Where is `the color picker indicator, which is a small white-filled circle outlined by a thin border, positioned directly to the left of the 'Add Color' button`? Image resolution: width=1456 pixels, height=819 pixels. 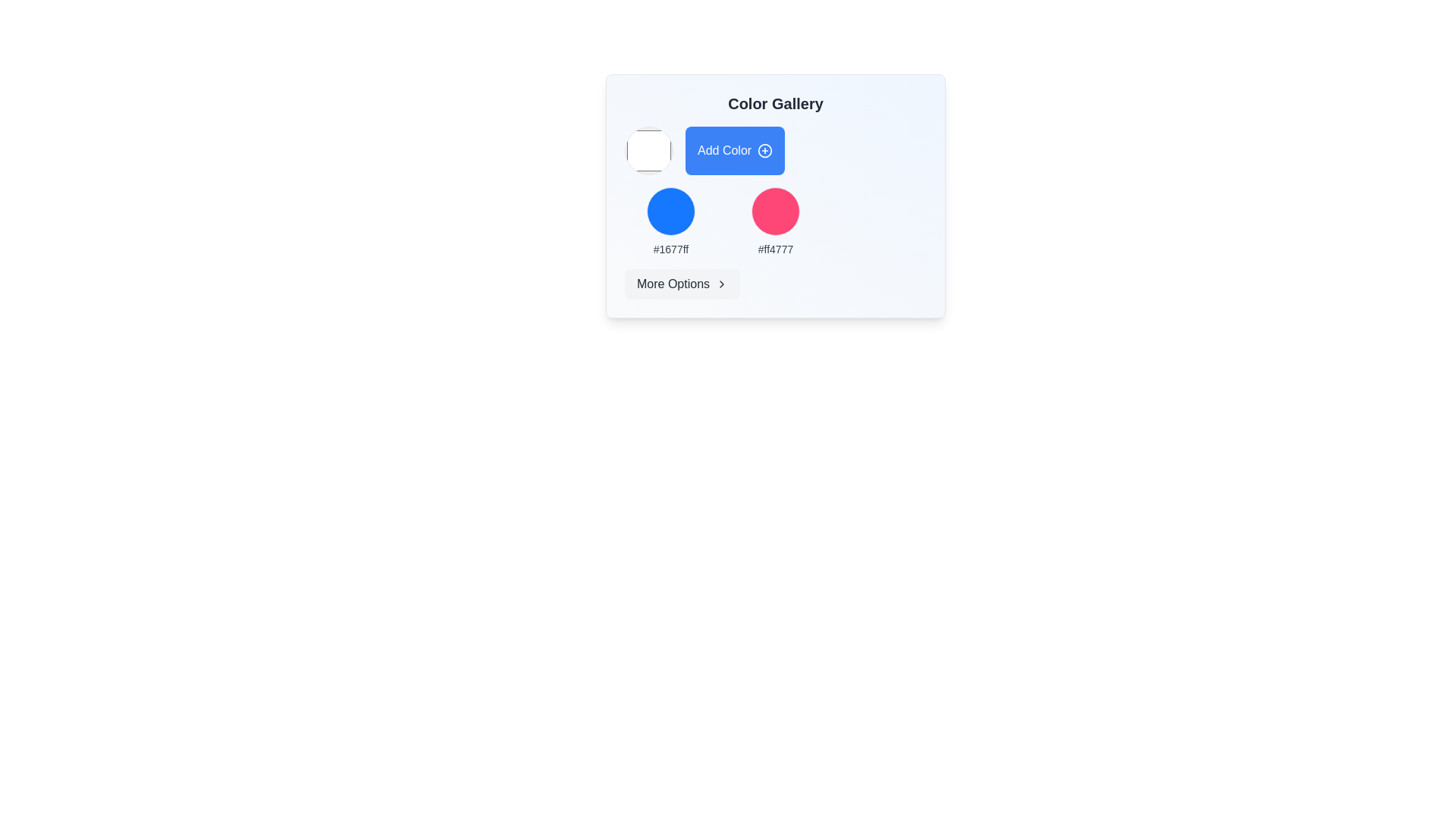
the color picker indicator, which is a small white-filled circle outlined by a thin border, positioned directly to the left of the 'Add Color' button is located at coordinates (648, 151).